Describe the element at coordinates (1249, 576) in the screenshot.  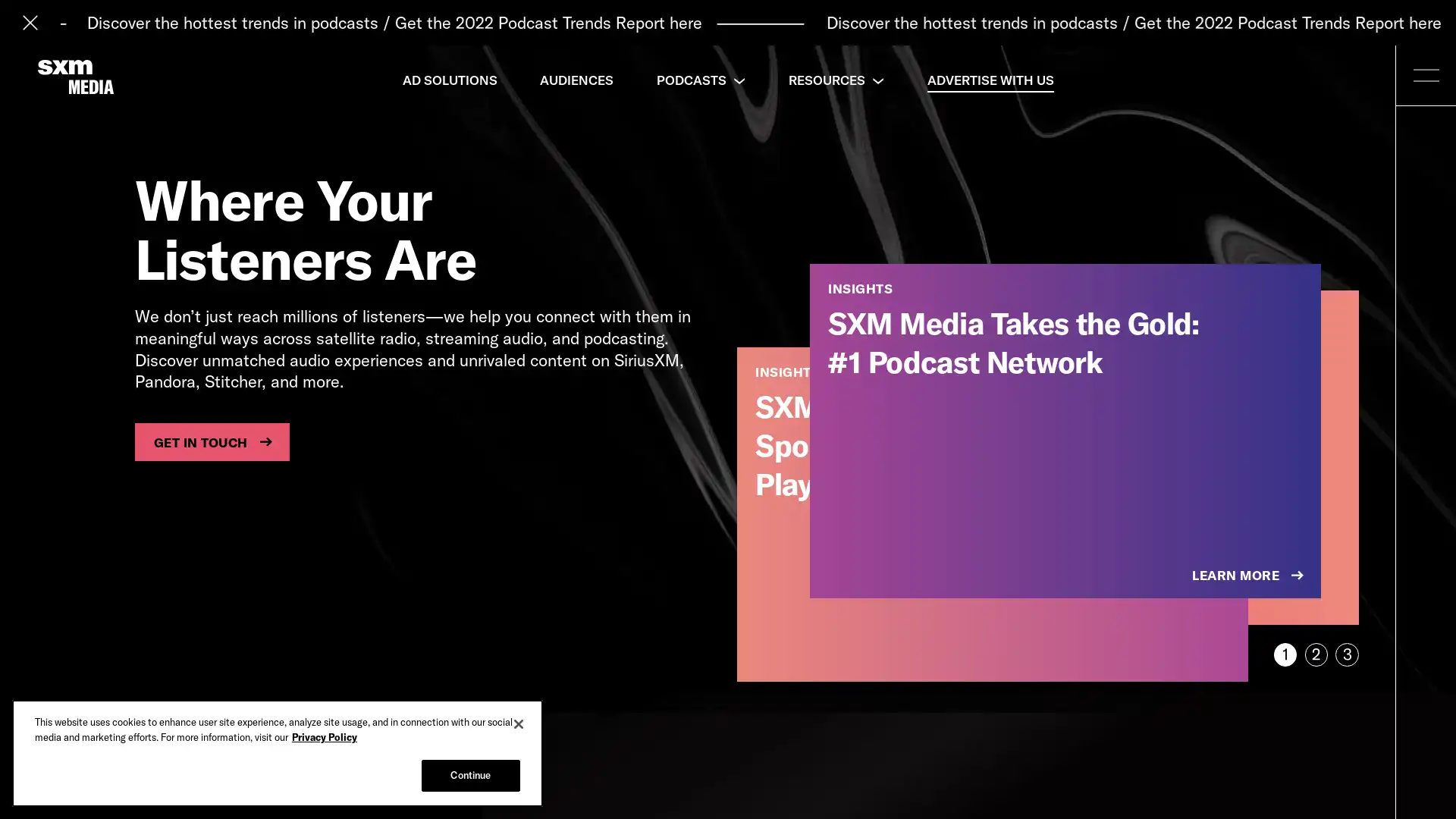
I see `LEARN MORE` at that location.